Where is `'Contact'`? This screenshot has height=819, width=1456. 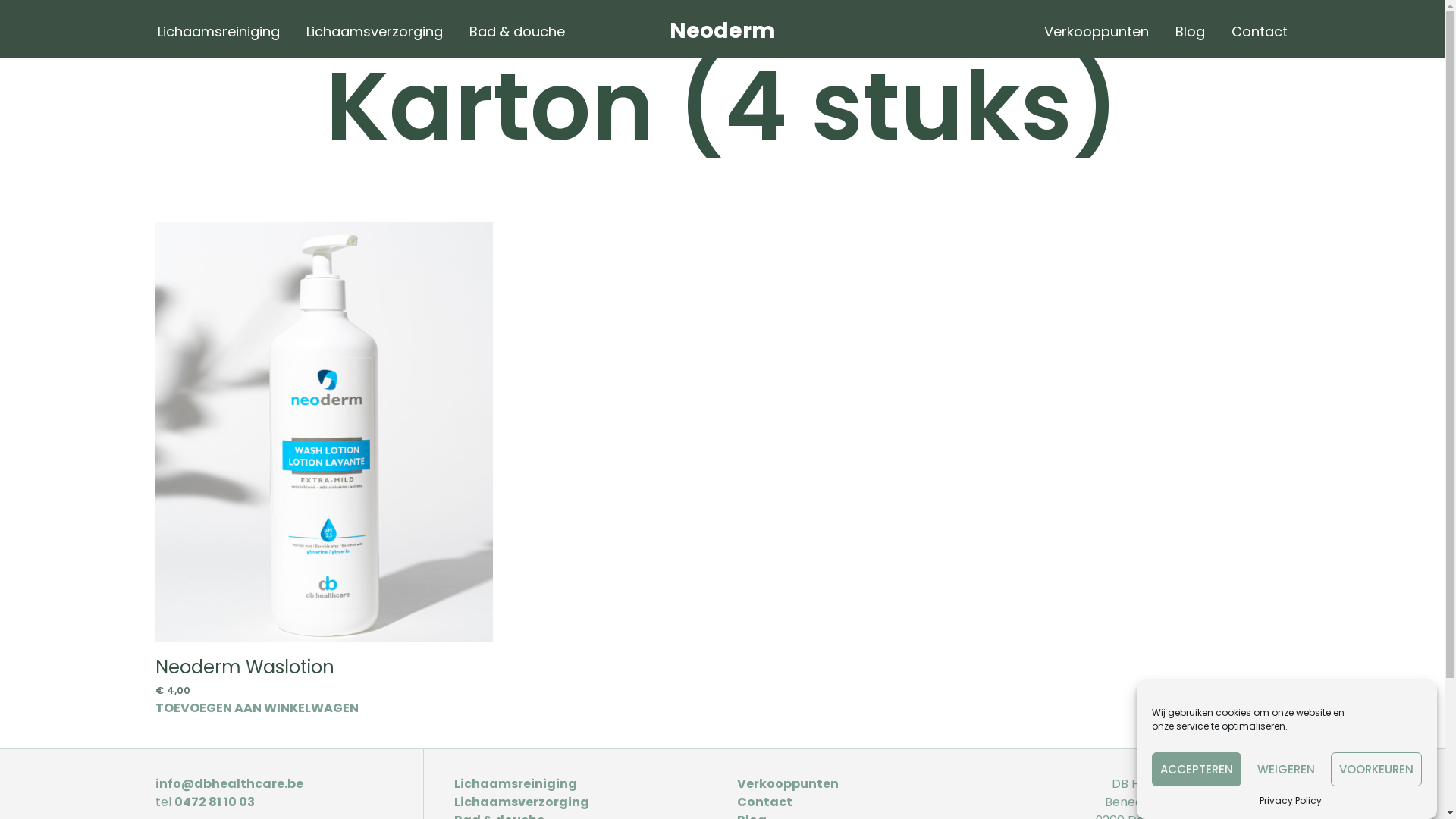 'Contact' is located at coordinates (764, 801).